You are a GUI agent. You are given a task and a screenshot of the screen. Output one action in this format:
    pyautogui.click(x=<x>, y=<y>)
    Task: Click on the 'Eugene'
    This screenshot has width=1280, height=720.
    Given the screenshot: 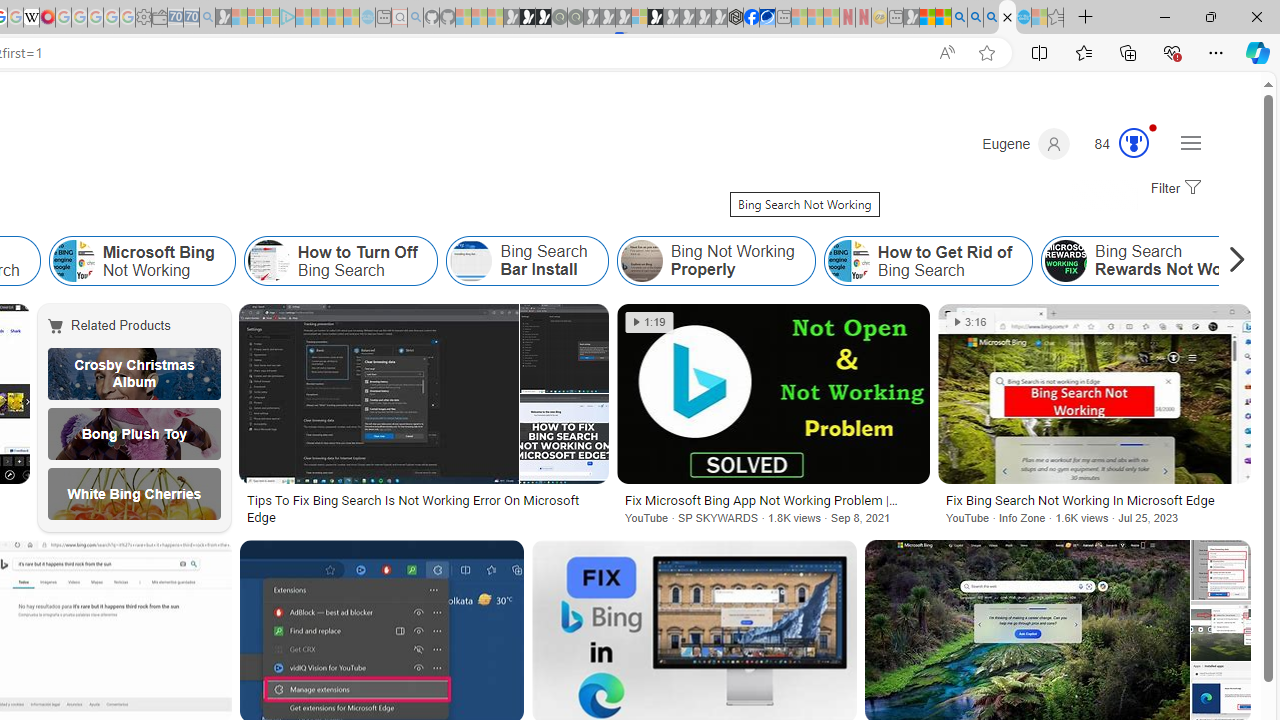 What is the action you would take?
    pyautogui.click(x=1026, y=143)
    